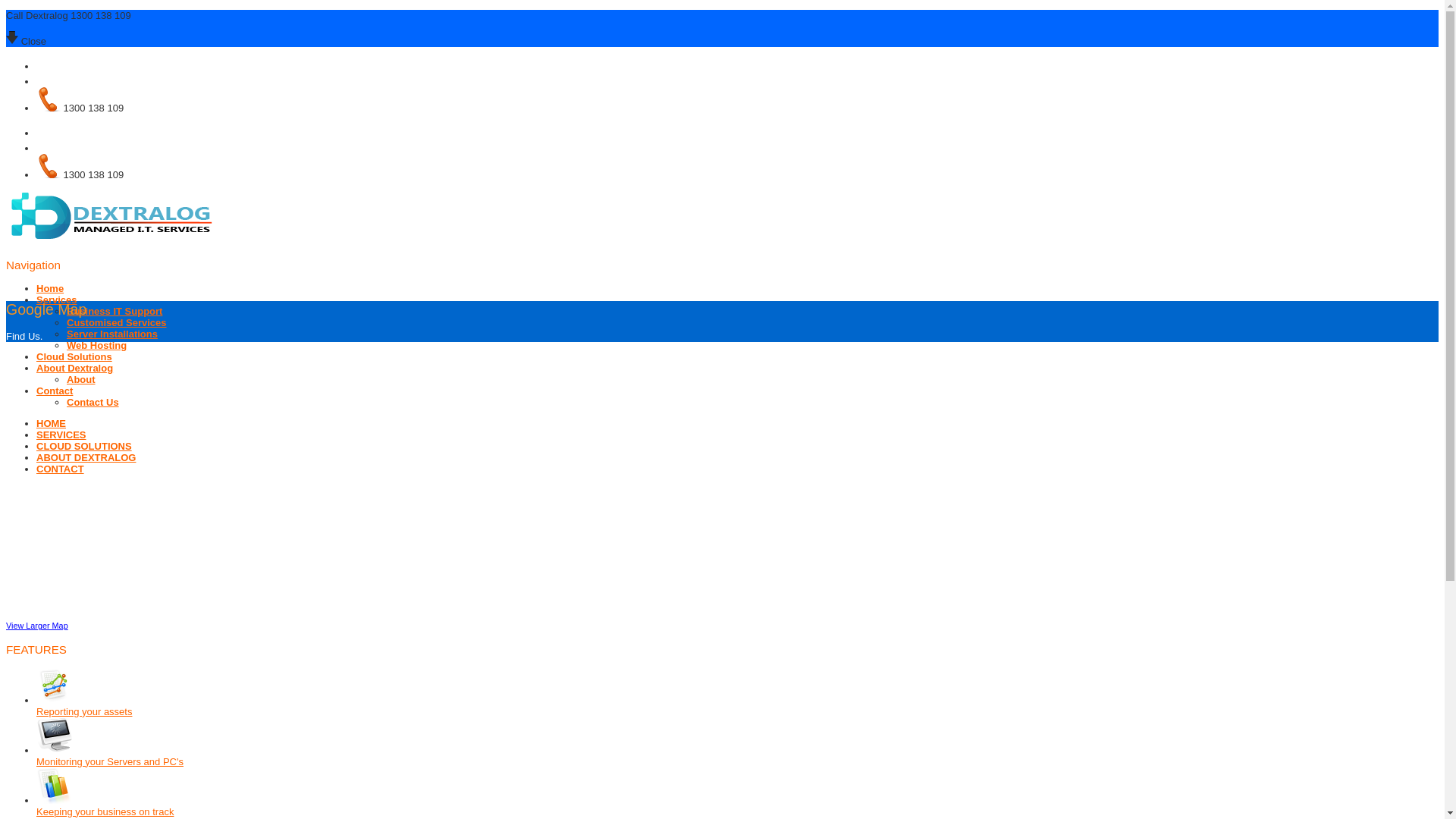 The height and width of the screenshot is (819, 1456). Describe the element at coordinates (57, 300) in the screenshot. I see `'Services'` at that location.